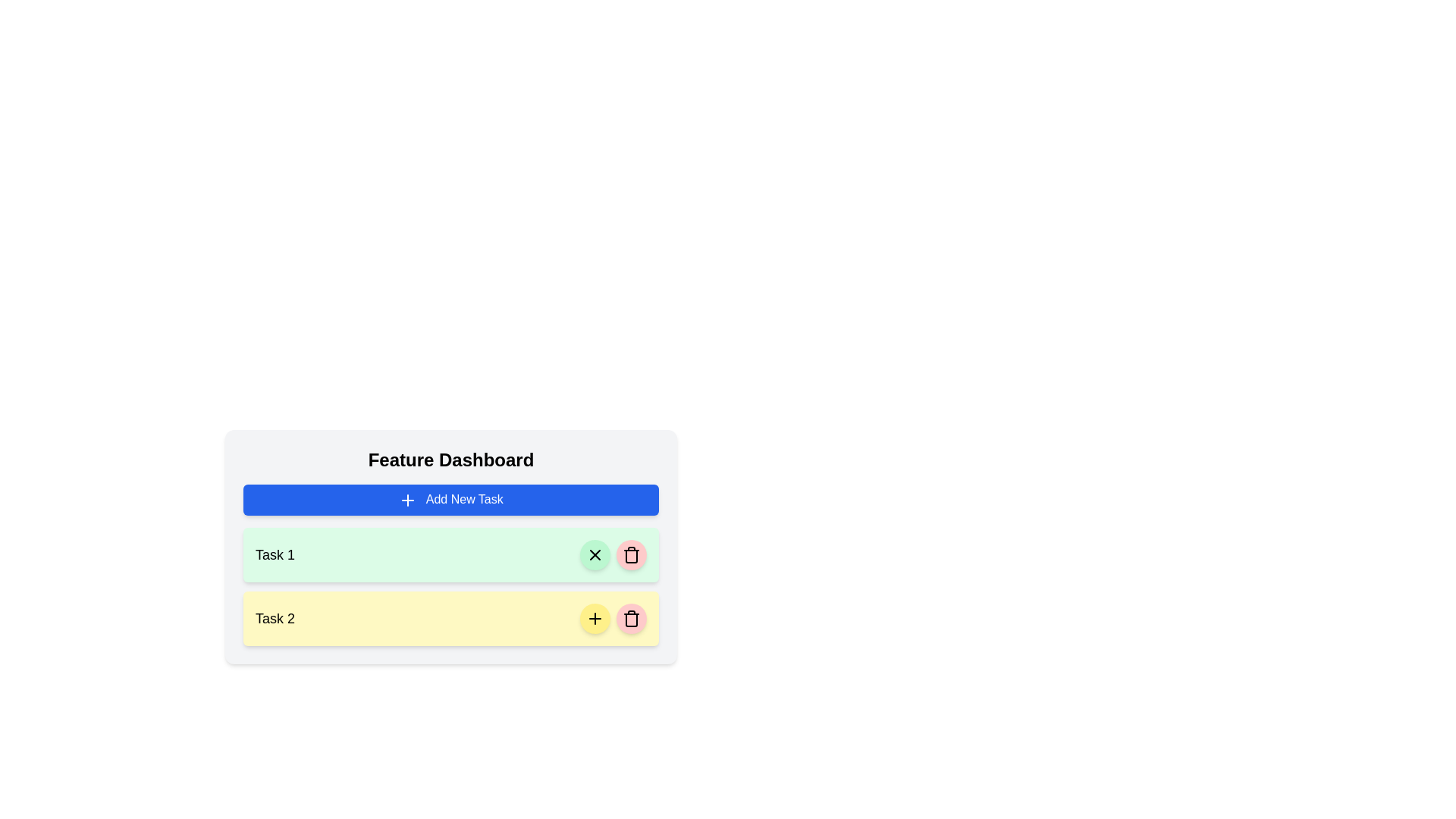  What do you see at coordinates (408, 500) in the screenshot?
I see `the plus sign icon located on the left side of the 'Add New Task' button, which is a small icon styled with a thin stroke and rounded corners, matching the button's text color` at bounding box center [408, 500].